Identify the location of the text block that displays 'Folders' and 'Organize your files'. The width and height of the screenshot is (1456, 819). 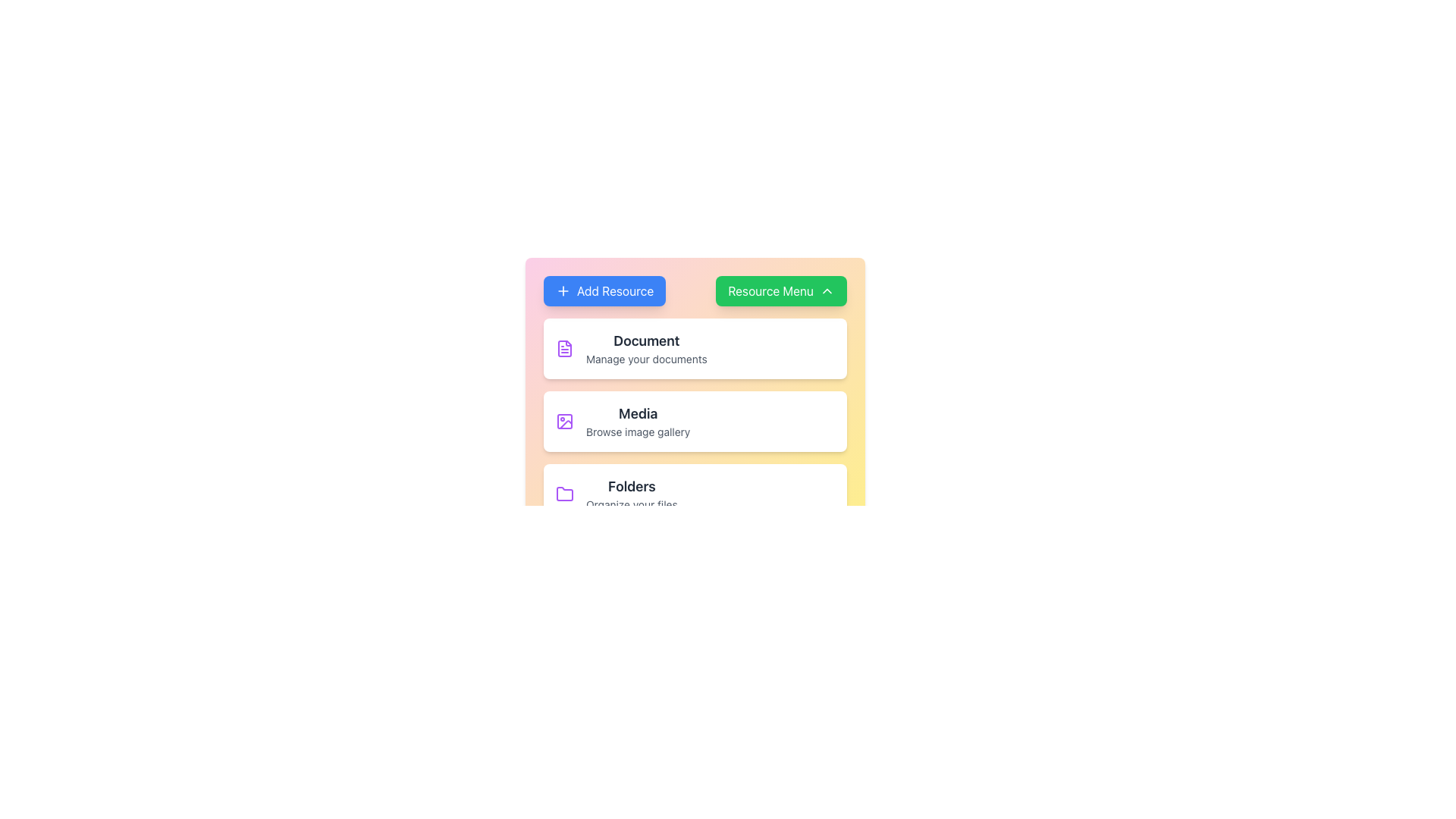
(632, 494).